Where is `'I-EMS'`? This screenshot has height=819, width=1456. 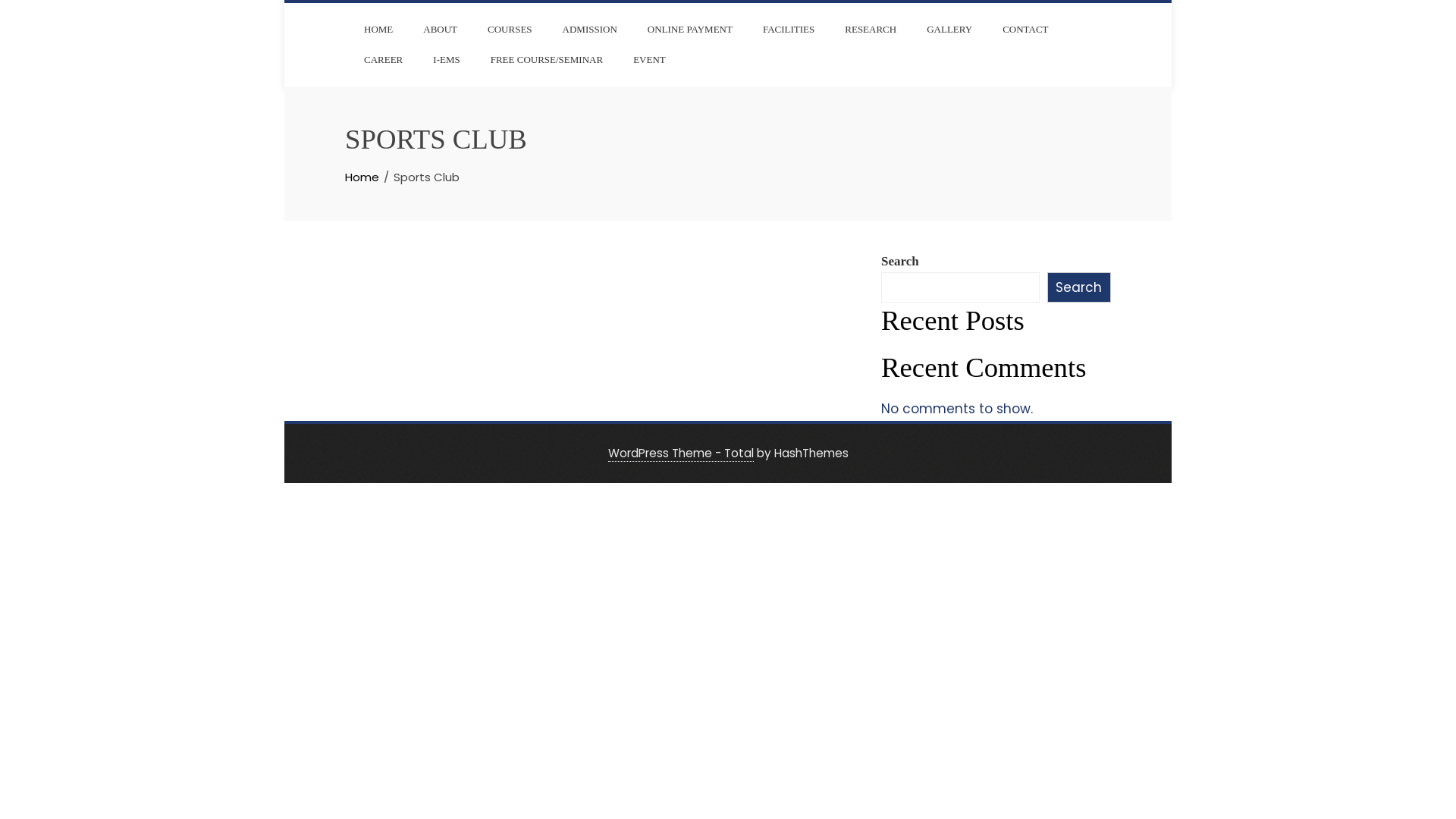 'I-EMS' is located at coordinates (422, 58).